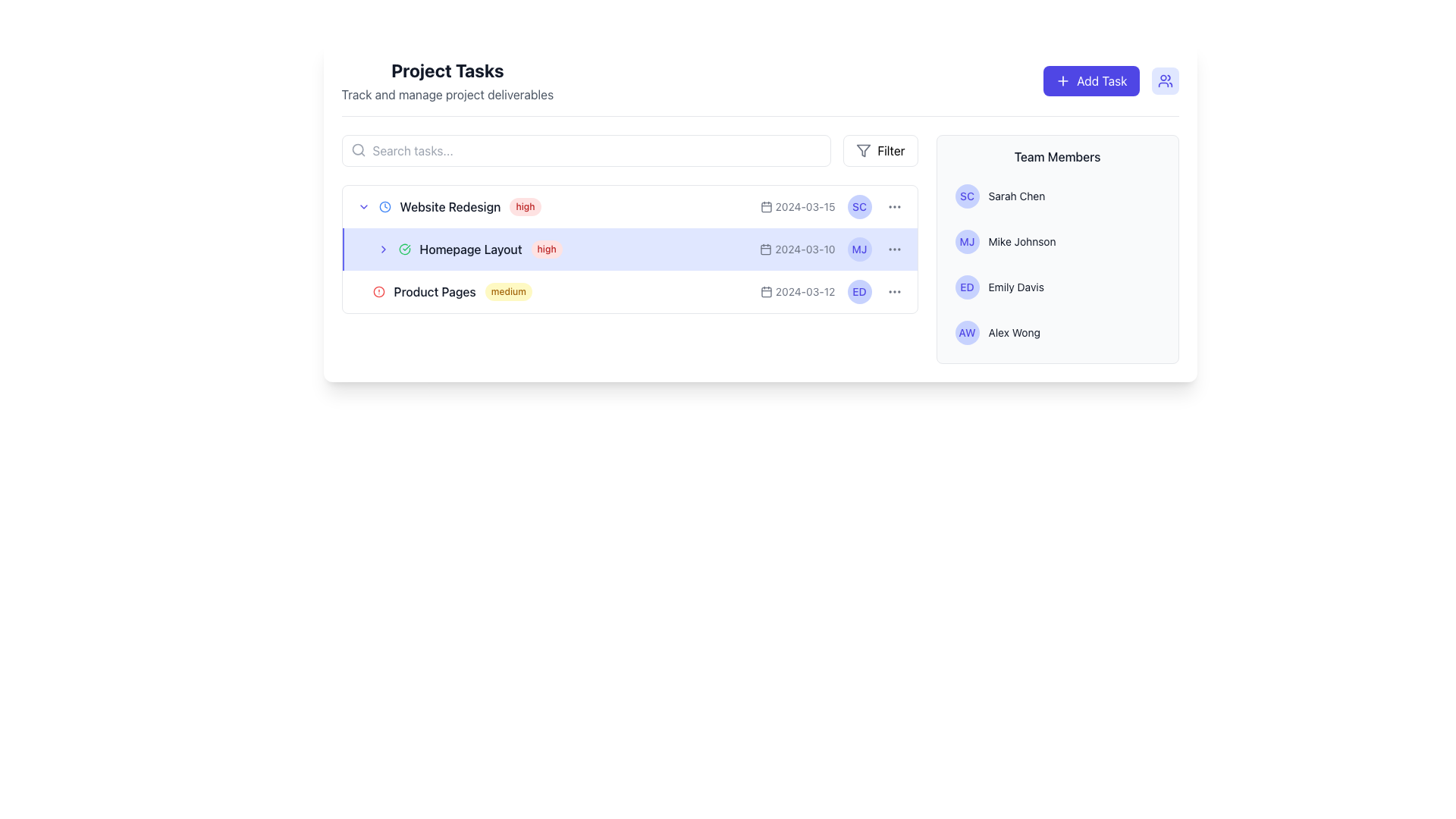 This screenshot has height=819, width=1456. I want to click on the circular user avatar representing the profile of the assignee with initials 'ED' located near the right end of the row for 'Product Pages', so click(859, 292).